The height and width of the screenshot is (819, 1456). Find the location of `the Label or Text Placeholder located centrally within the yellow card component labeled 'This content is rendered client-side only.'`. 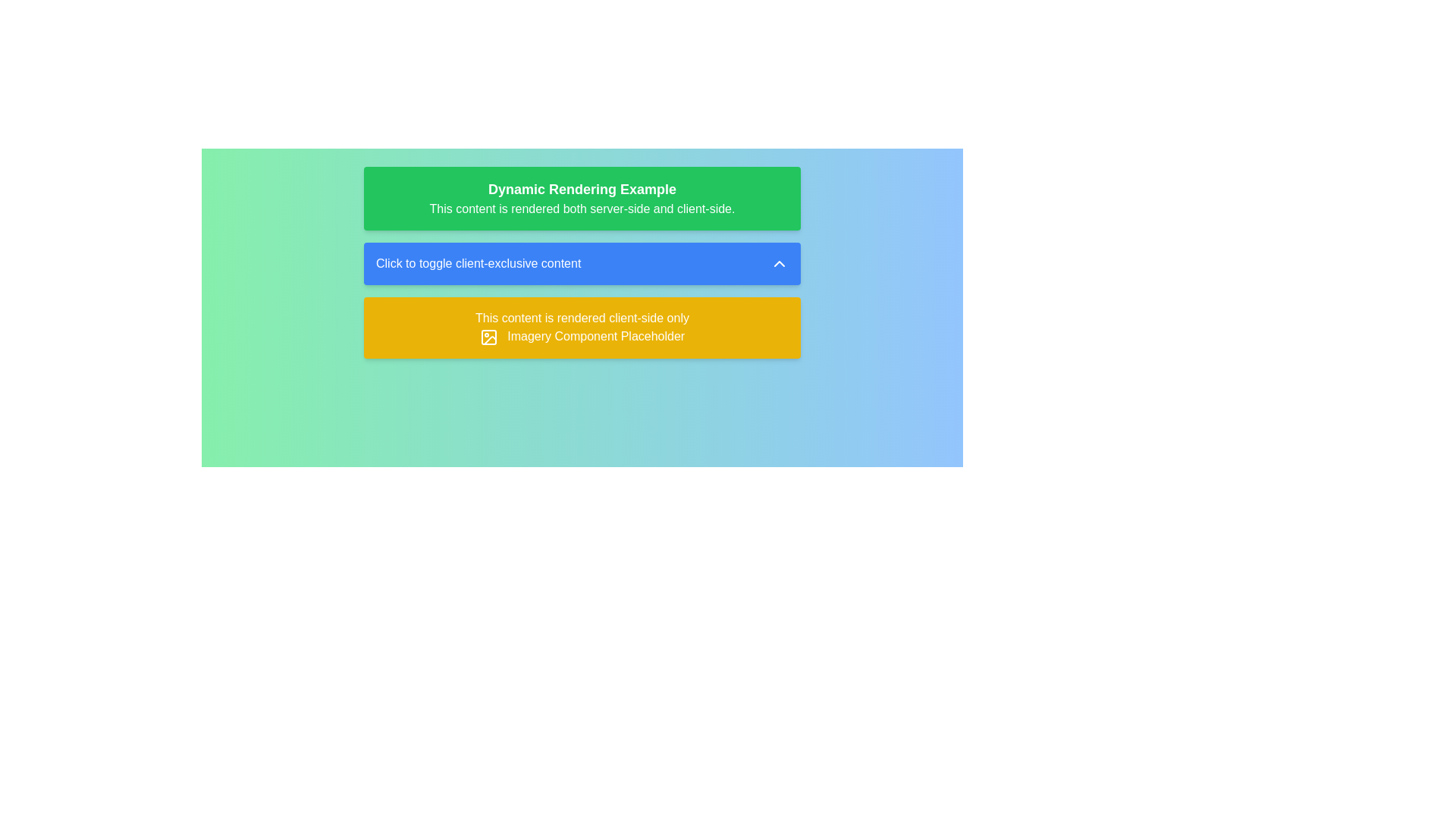

the Label or Text Placeholder located centrally within the yellow card component labeled 'This content is rendered client-side only.' is located at coordinates (595, 335).